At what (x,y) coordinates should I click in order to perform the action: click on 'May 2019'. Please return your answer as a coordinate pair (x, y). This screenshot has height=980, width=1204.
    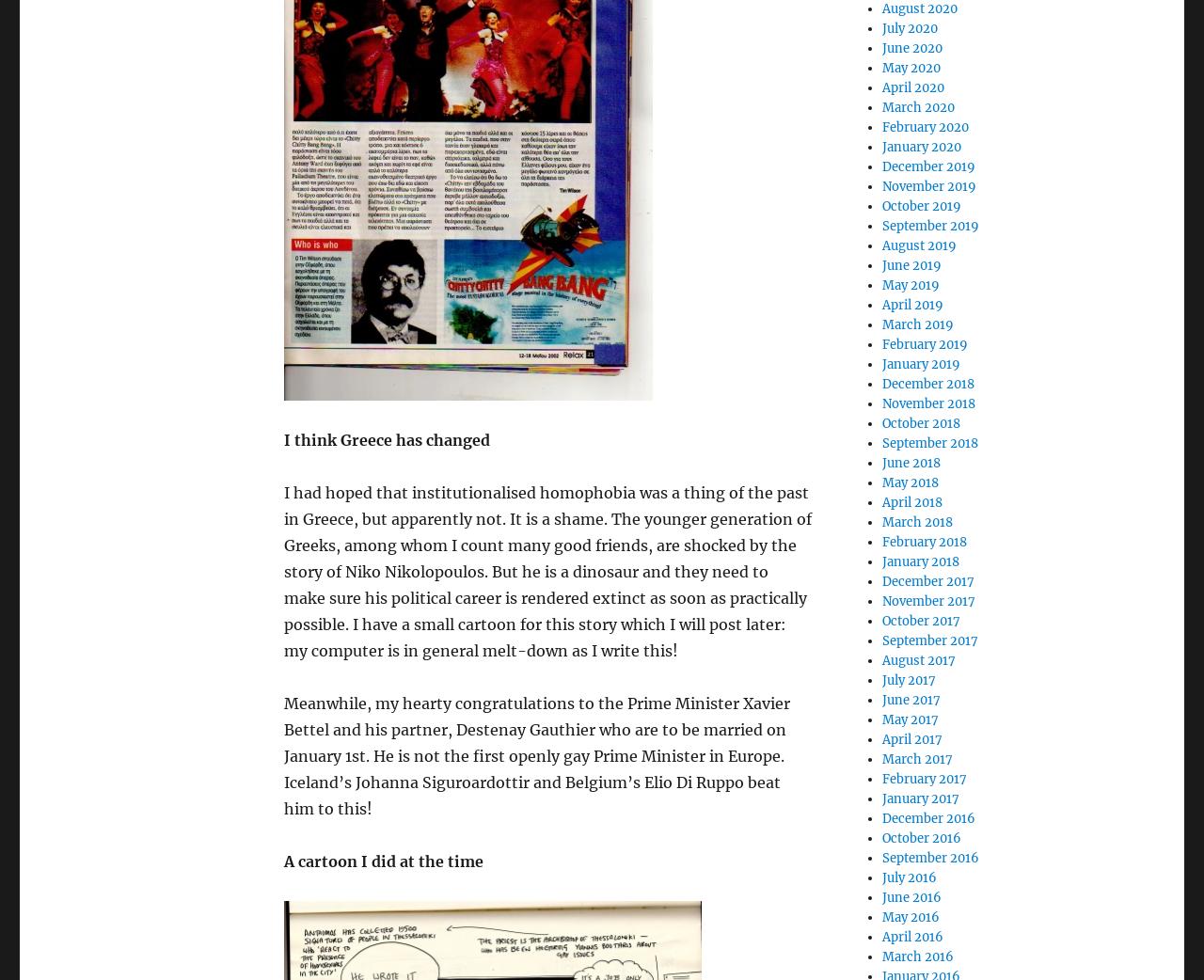
    Looking at the image, I should click on (910, 285).